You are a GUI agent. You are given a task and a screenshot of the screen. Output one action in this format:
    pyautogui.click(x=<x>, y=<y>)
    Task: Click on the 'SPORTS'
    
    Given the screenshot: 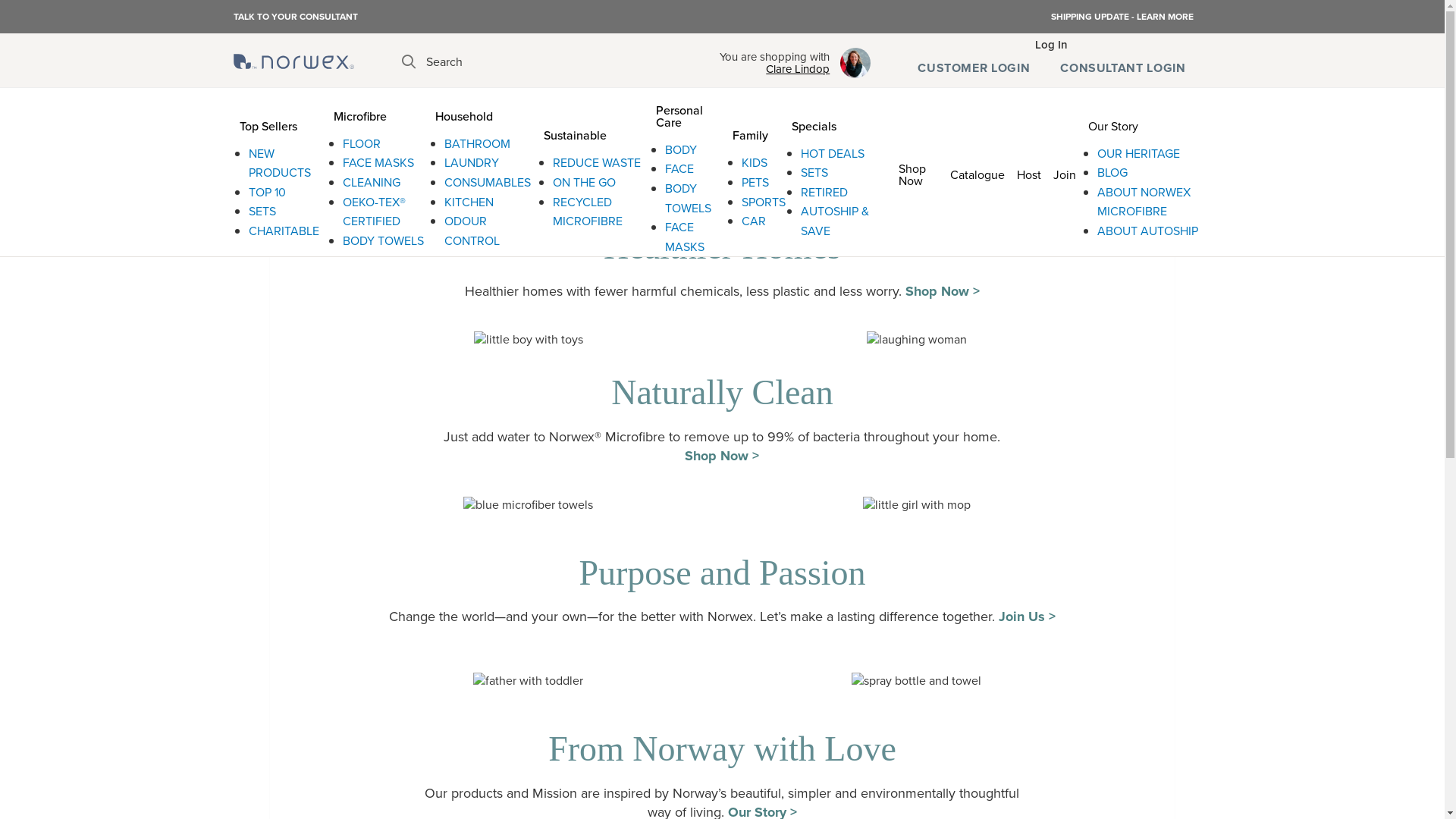 What is the action you would take?
    pyautogui.click(x=764, y=201)
    